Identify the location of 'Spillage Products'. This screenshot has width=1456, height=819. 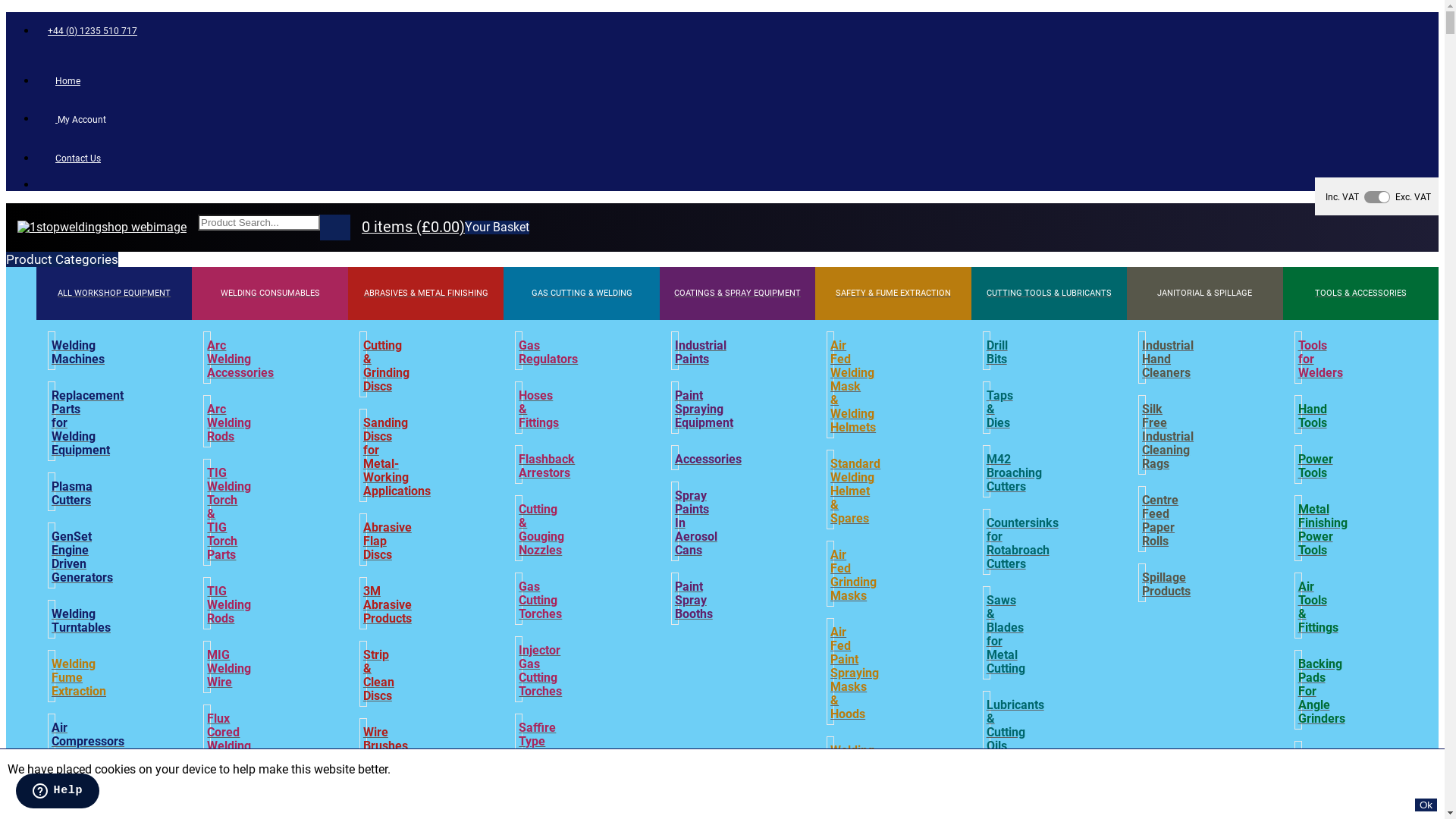
(1165, 584).